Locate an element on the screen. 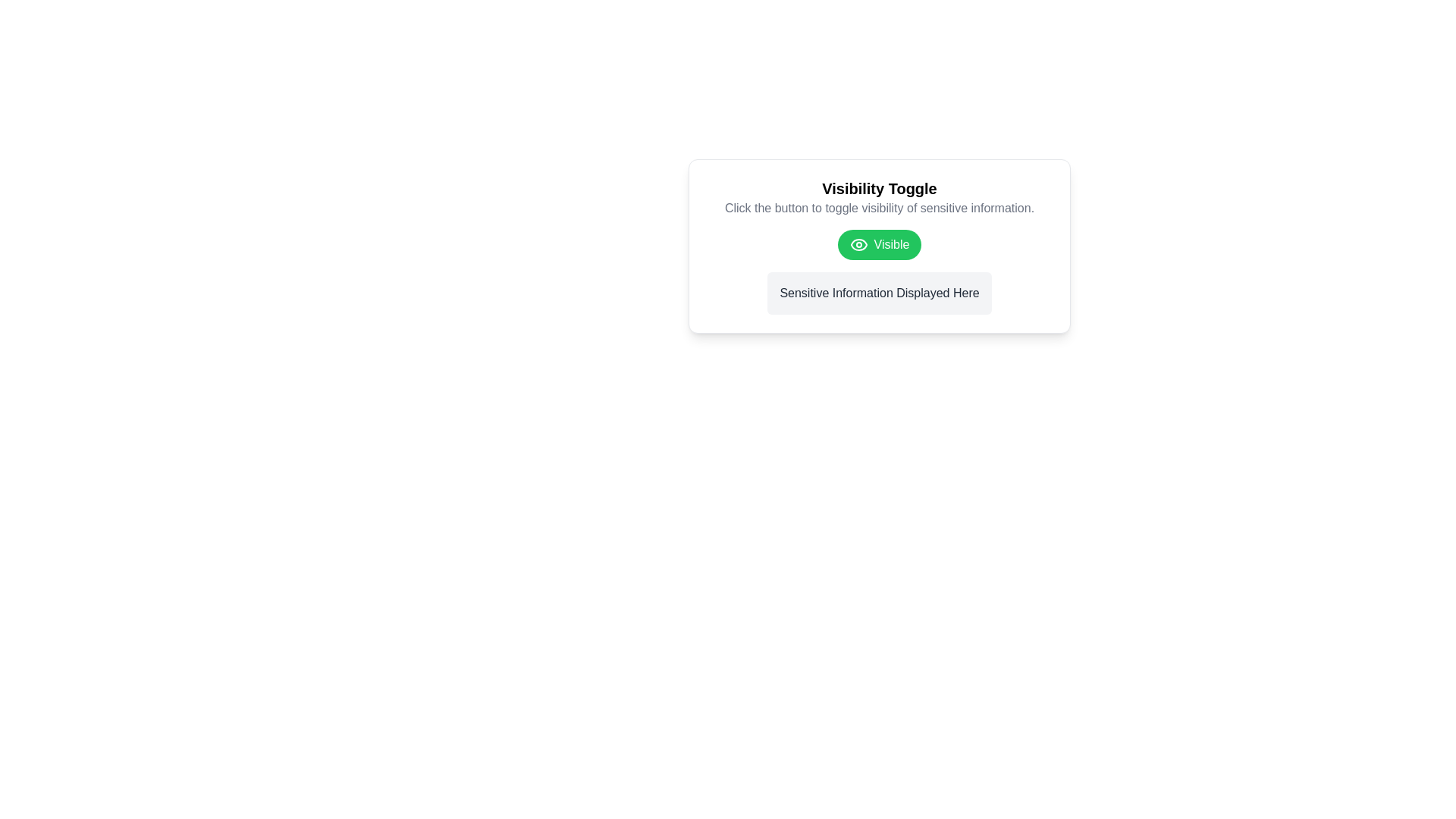  the 'Visible' button to toggle the visibility of sensitive information is located at coordinates (880, 244).